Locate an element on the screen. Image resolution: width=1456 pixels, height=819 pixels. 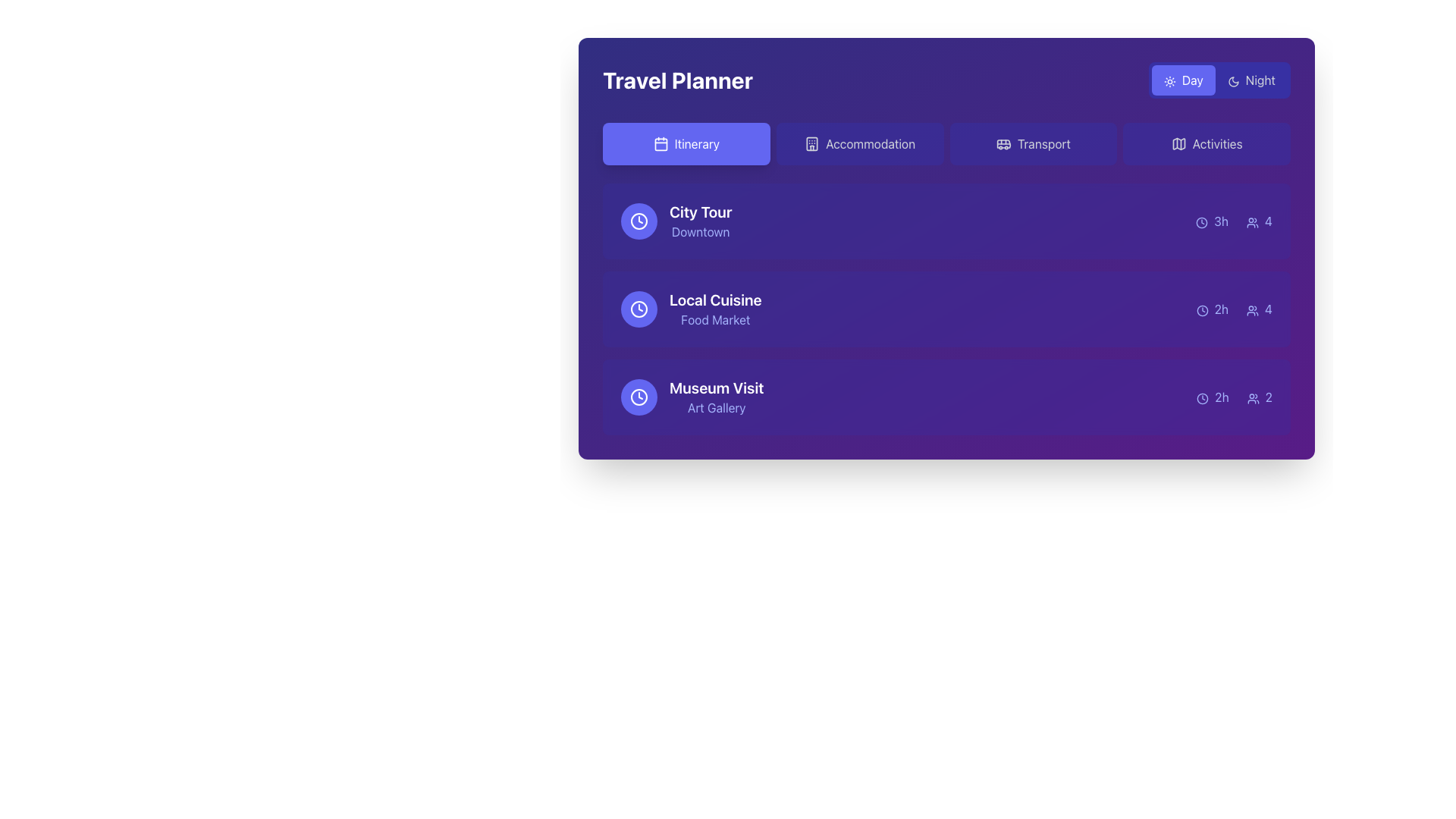
the users icon, which is a small icon resembling a group of people, located in the third row next to the '2h' duration and '4' participants label is located at coordinates (1252, 309).